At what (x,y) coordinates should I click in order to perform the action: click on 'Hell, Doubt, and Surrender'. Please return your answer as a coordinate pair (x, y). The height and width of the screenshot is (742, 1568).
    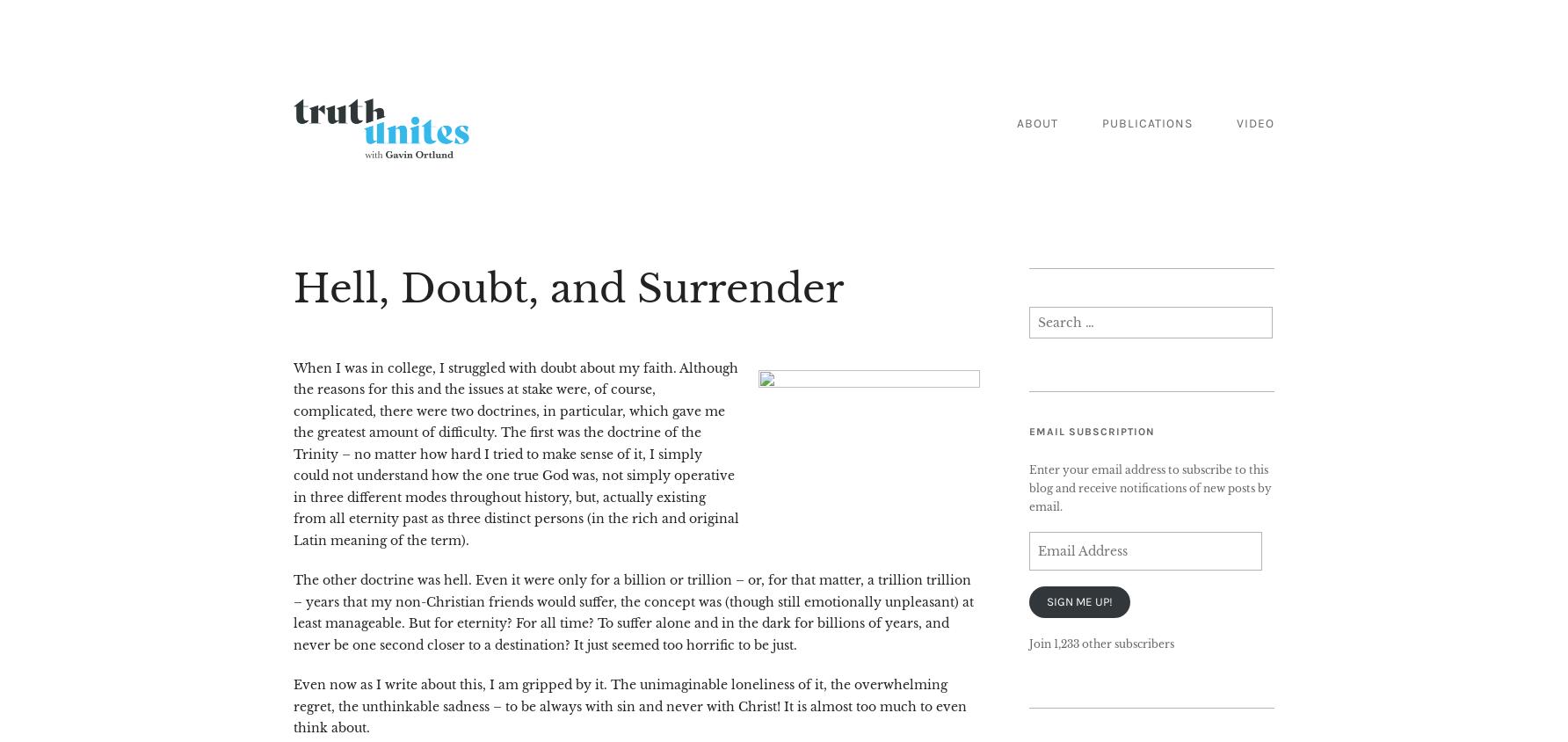
    Looking at the image, I should click on (566, 287).